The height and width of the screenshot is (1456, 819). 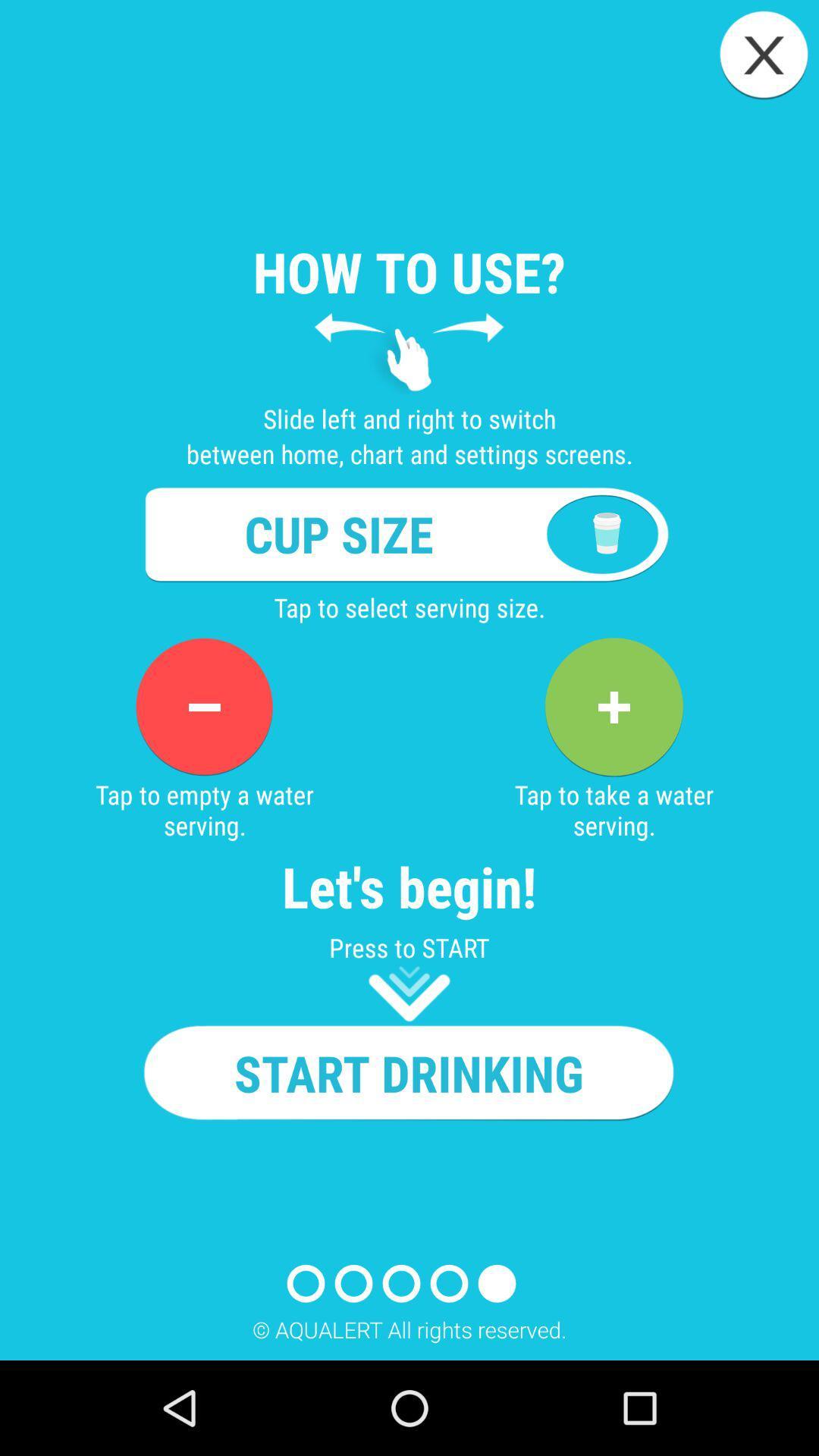 What do you see at coordinates (613, 706) in the screenshot?
I see `water serving` at bounding box center [613, 706].